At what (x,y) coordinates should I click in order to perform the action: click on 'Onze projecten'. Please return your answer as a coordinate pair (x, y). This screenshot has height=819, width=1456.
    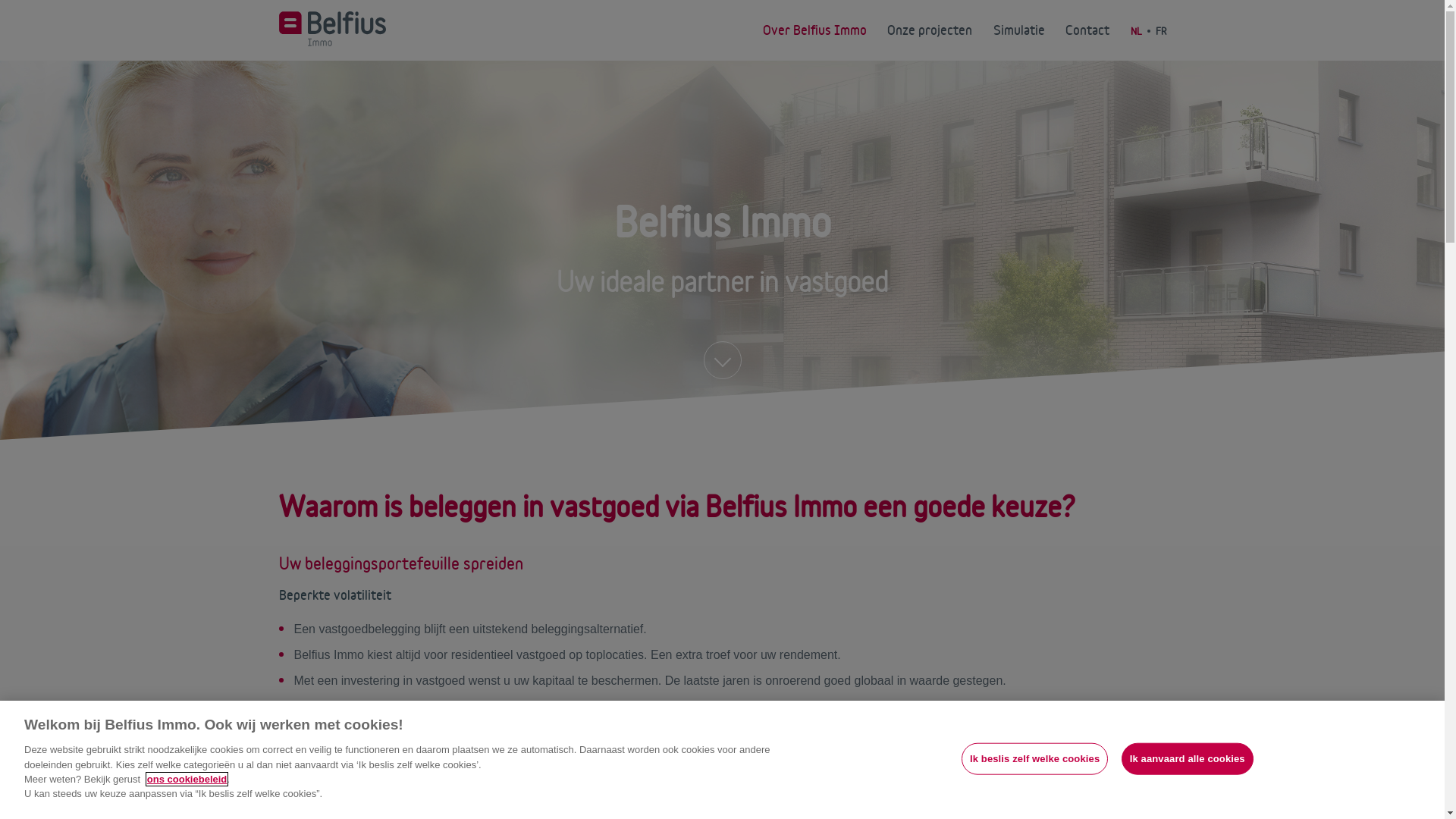
    Looking at the image, I should click on (928, 30).